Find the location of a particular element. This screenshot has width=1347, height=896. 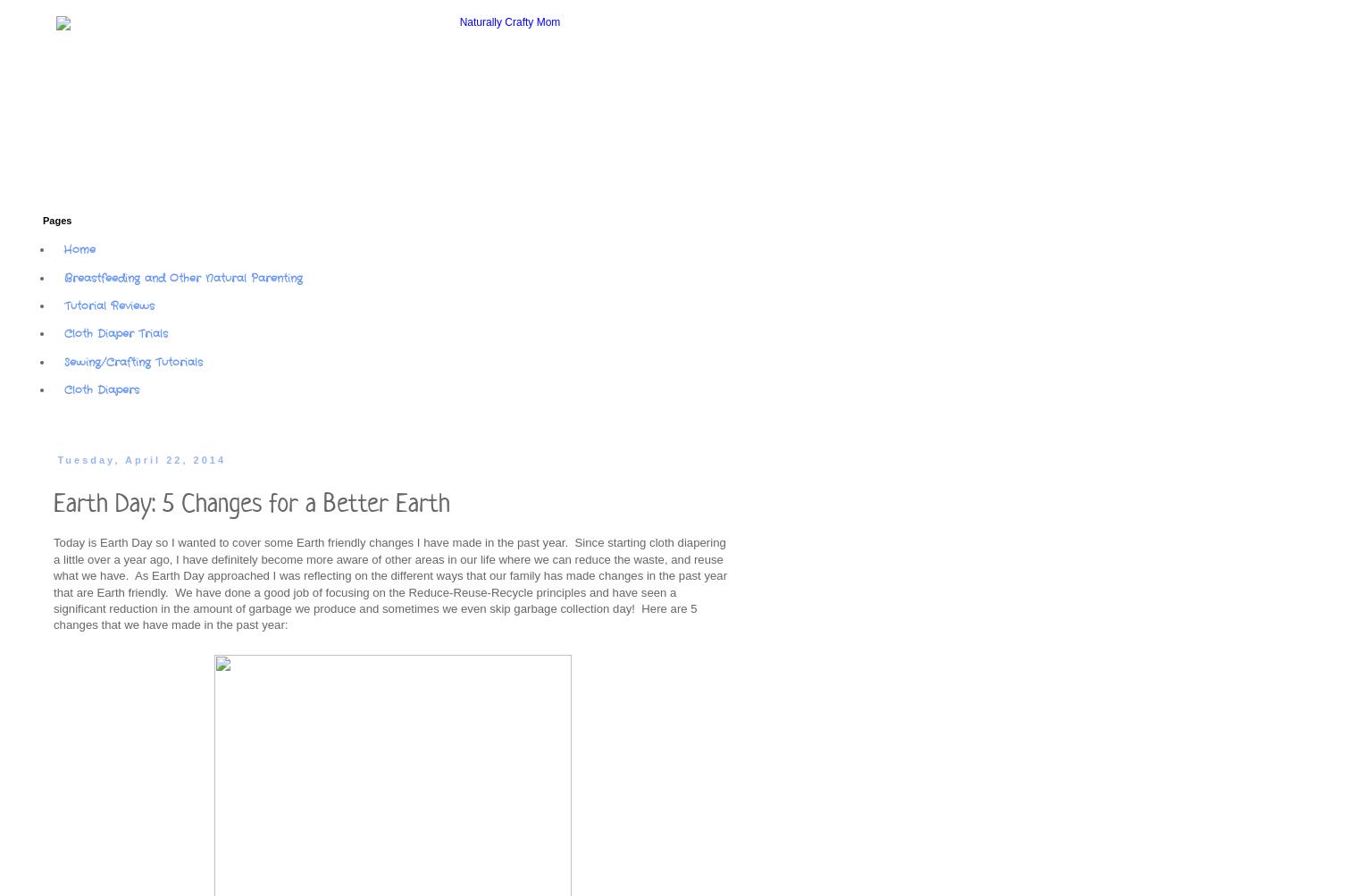

'Cloth Diapers' is located at coordinates (63, 389).